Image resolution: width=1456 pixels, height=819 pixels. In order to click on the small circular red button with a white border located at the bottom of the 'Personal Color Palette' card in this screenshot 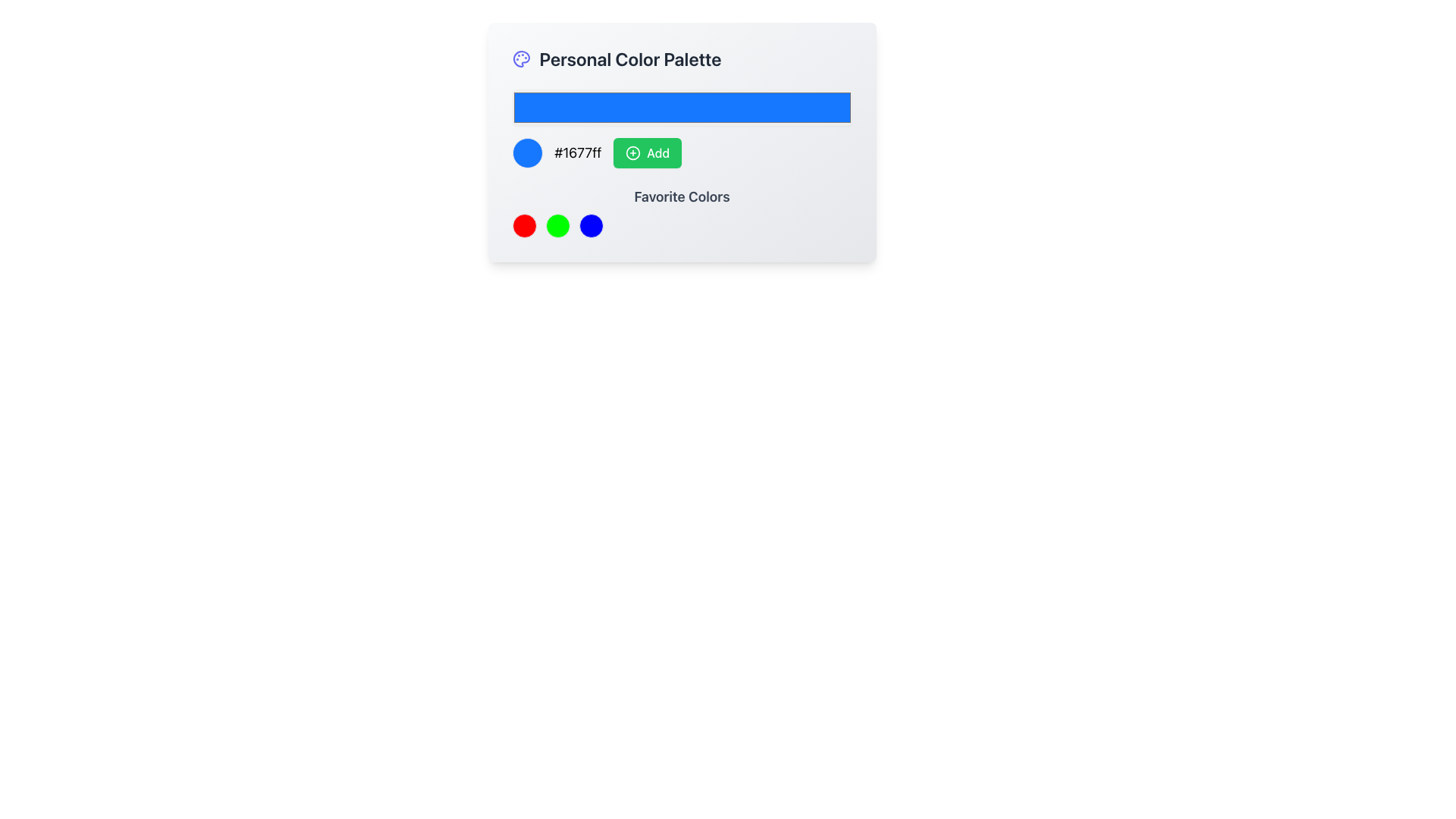, I will do `click(524, 225)`.